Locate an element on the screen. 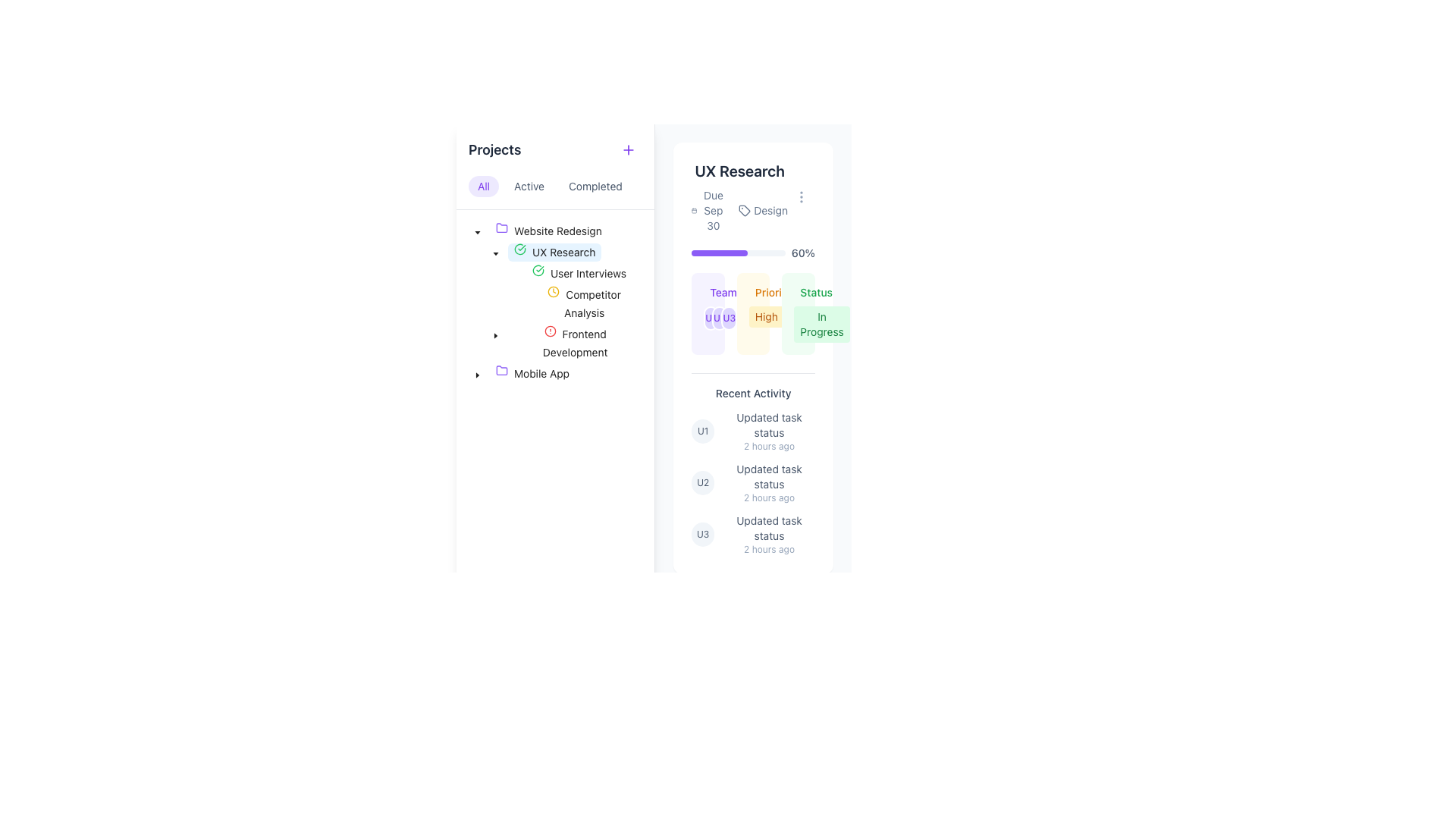 This screenshot has width=1456, height=819. the icon located to the left of the 'Design' label in the top-right section of the 'UX Research' card is located at coordinates (745, 210).